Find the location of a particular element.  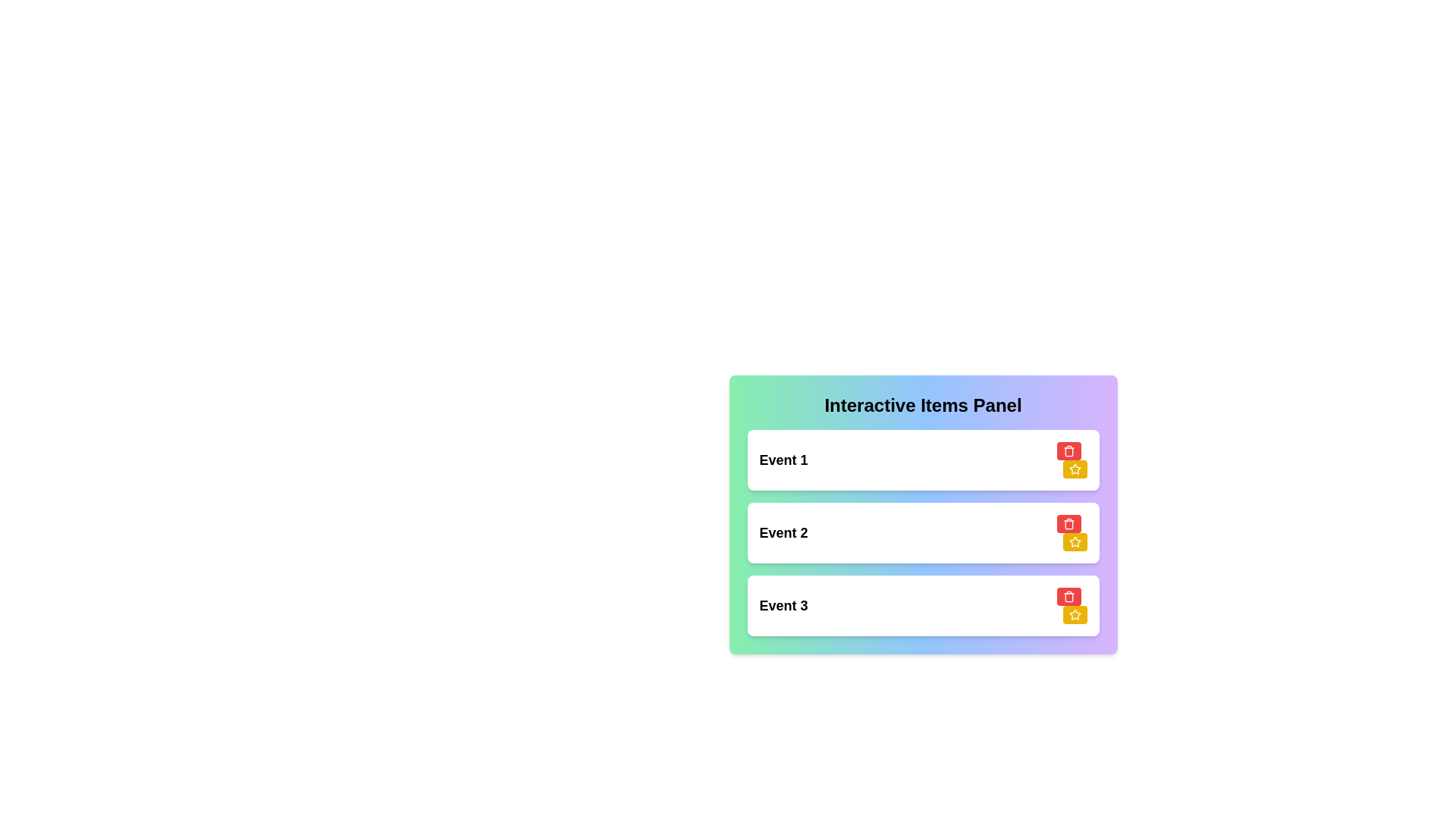

the favorite button with a star icon located is located at coordinates (1074, 541).